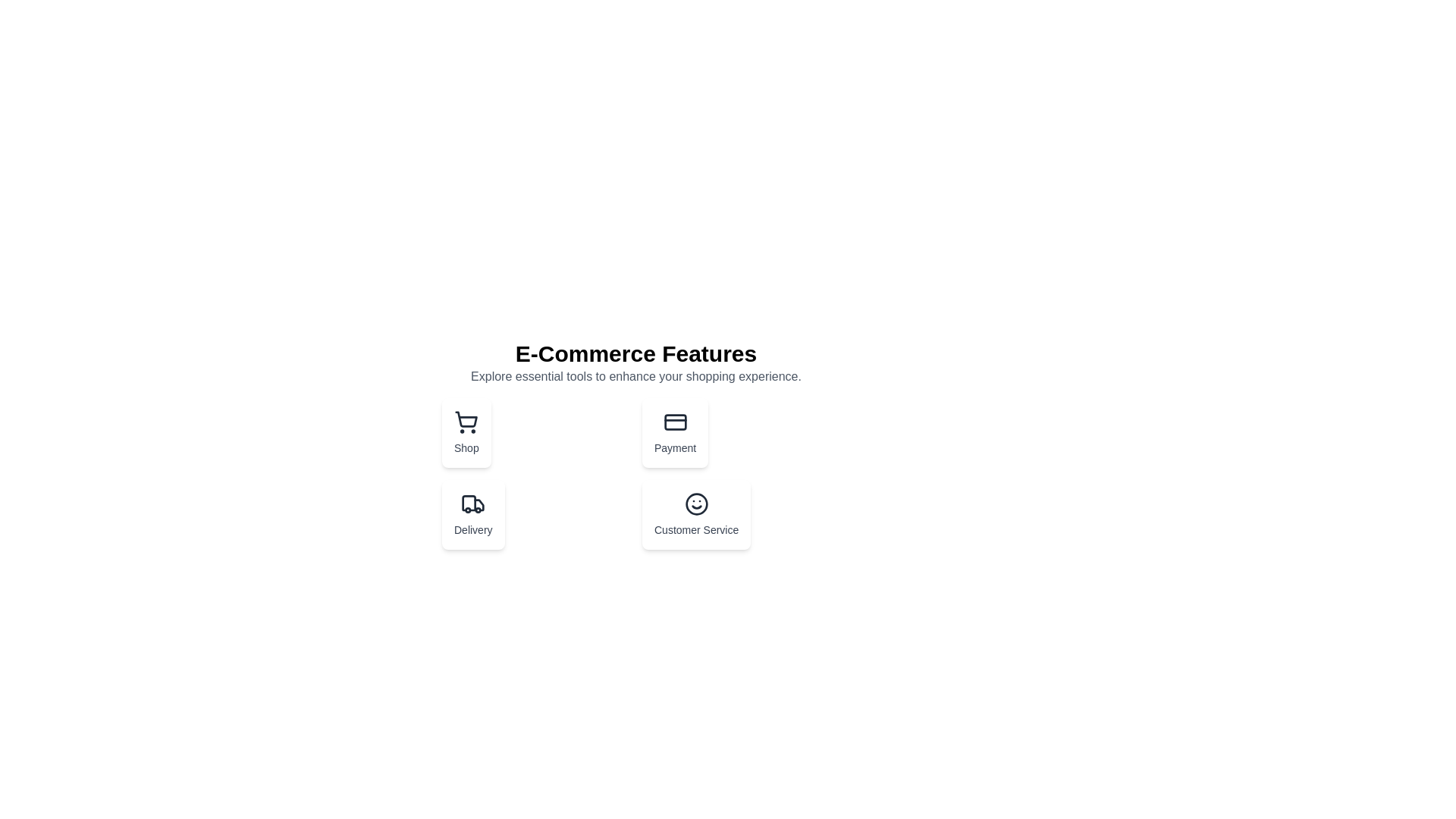 The width and height of the screenshot is (1456, 819). Describe the element at coordinates (535, 513) in the screenshot. I see `the delivery management button located in the third column of the first row below 'E-Commerce Features'` at that location.